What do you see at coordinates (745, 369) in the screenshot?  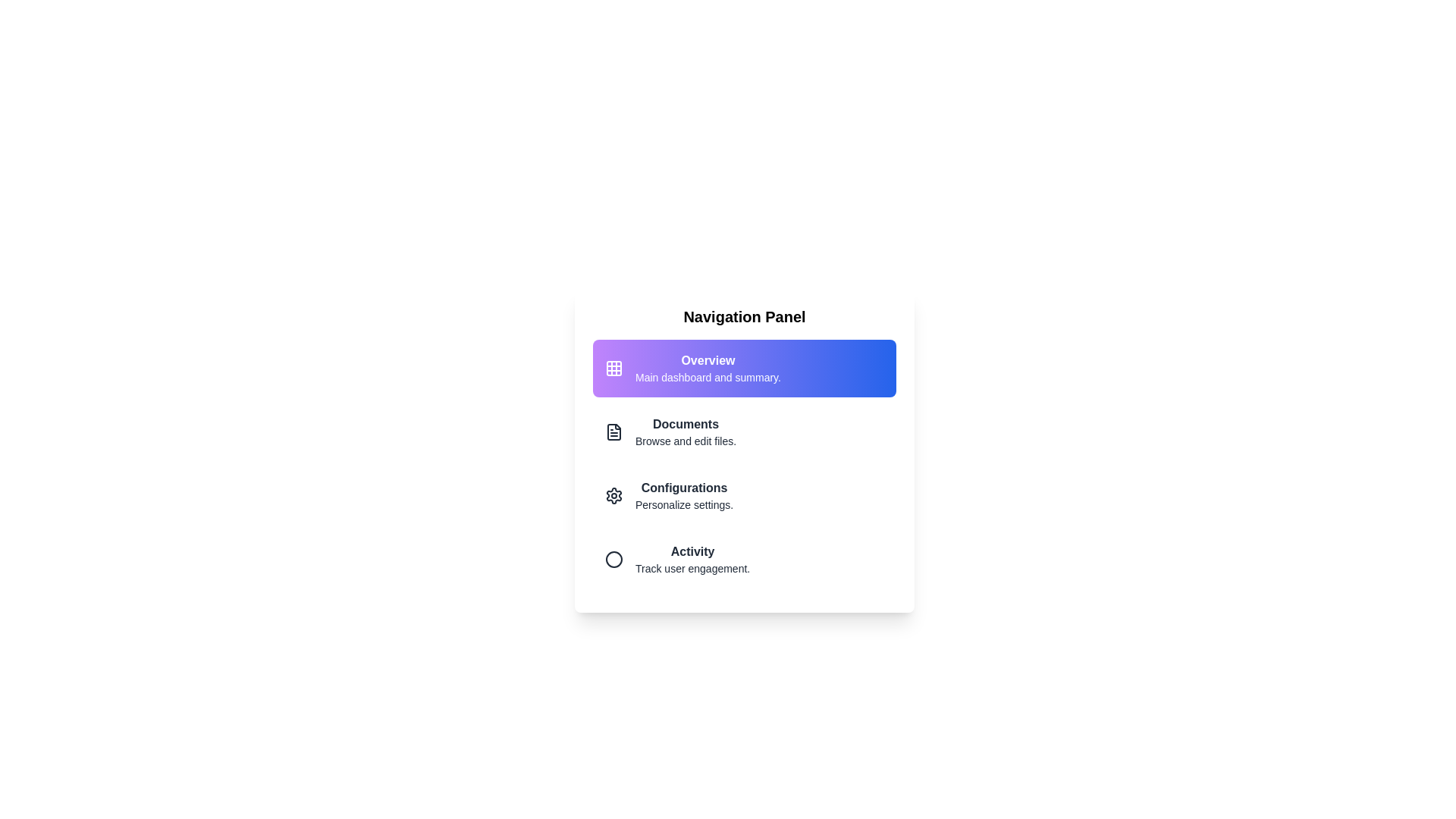 I see `the menu section corresponding to Overview` at bounding box center [745, 369].